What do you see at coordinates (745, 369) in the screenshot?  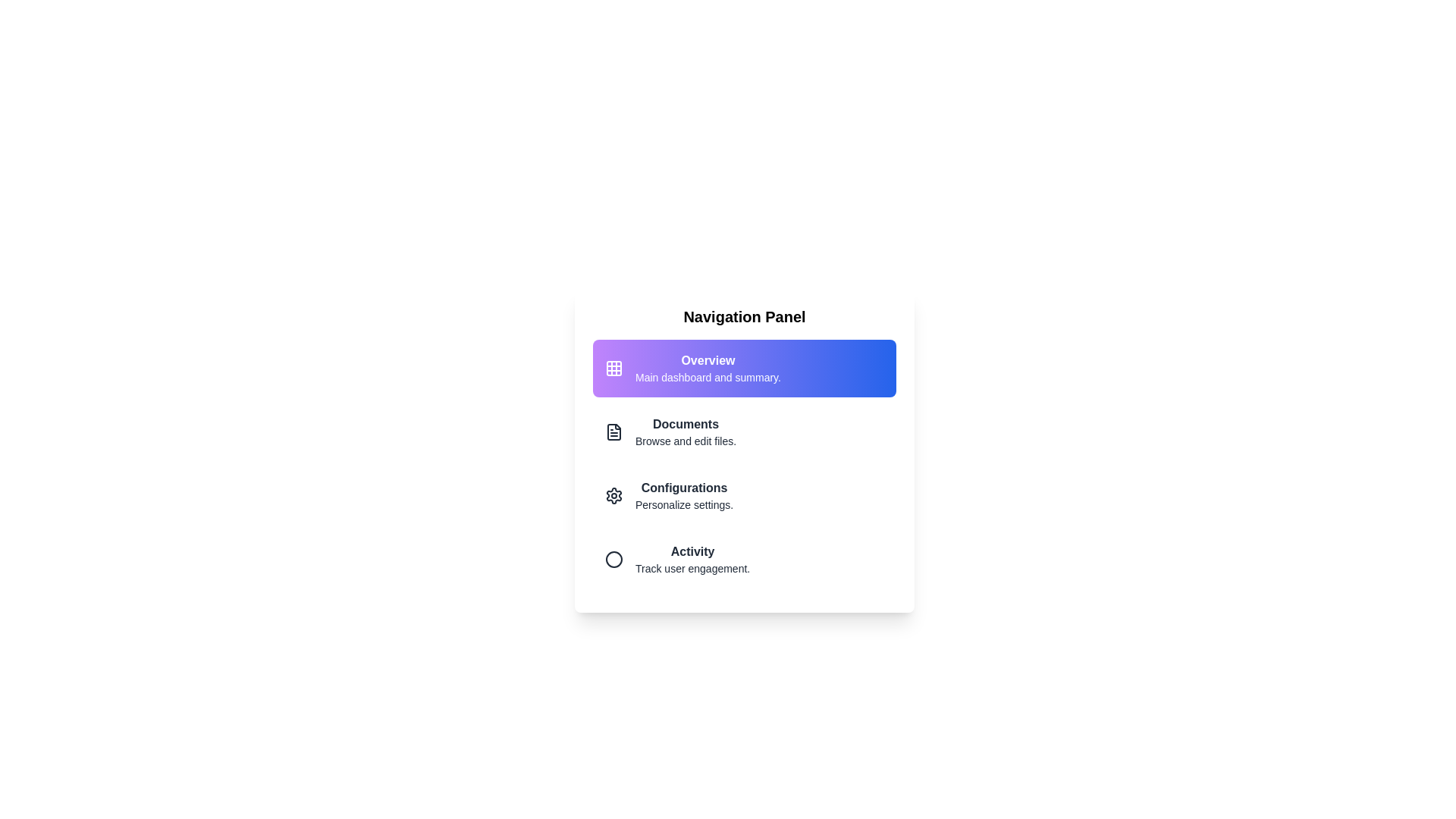 I see `the menu section corresponding to Overview` at bounding box center [745, 369].